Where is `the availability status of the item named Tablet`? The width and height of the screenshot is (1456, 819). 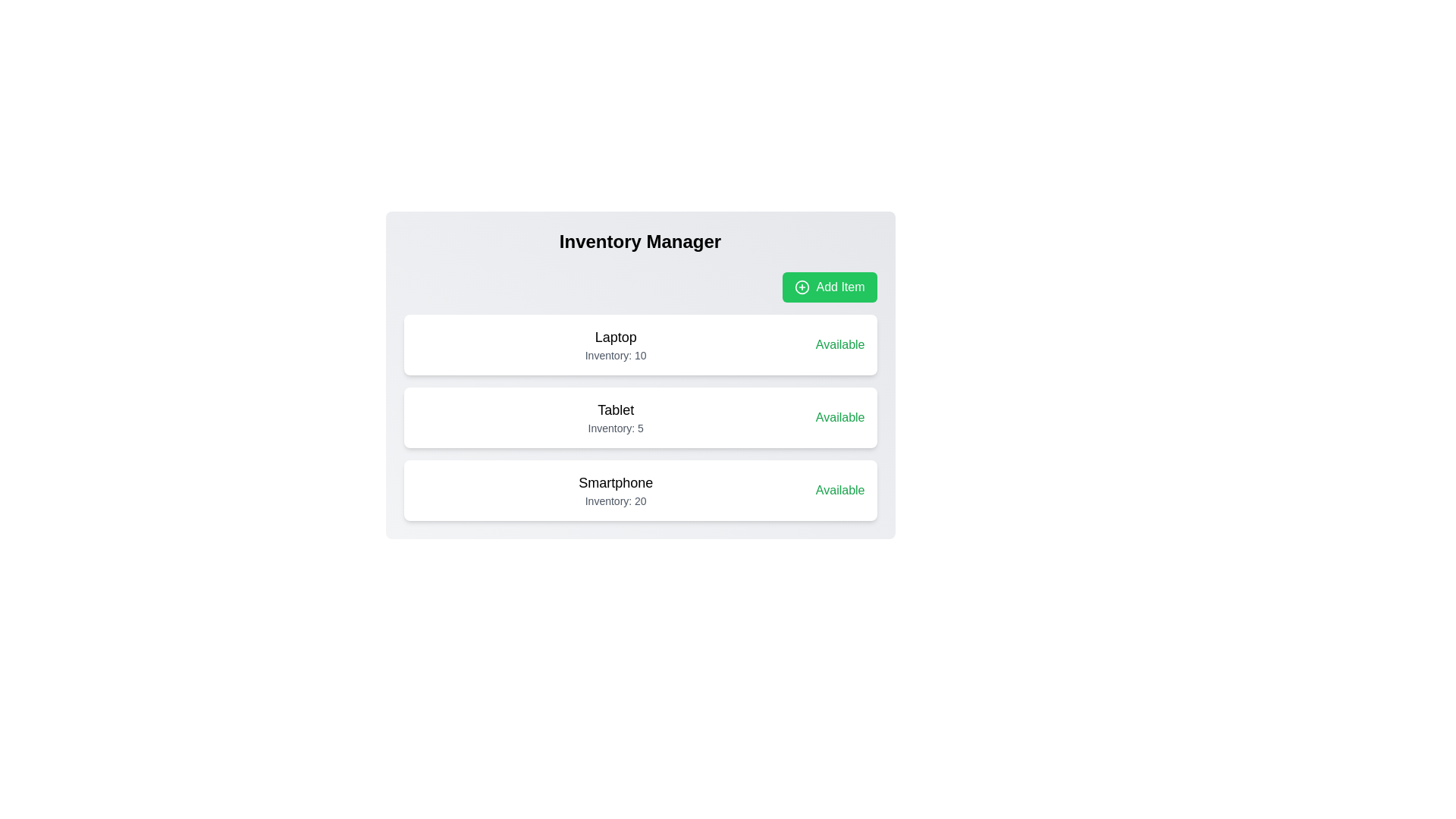
the availability status of the item named Tablet is located at coordinates (839, 418).